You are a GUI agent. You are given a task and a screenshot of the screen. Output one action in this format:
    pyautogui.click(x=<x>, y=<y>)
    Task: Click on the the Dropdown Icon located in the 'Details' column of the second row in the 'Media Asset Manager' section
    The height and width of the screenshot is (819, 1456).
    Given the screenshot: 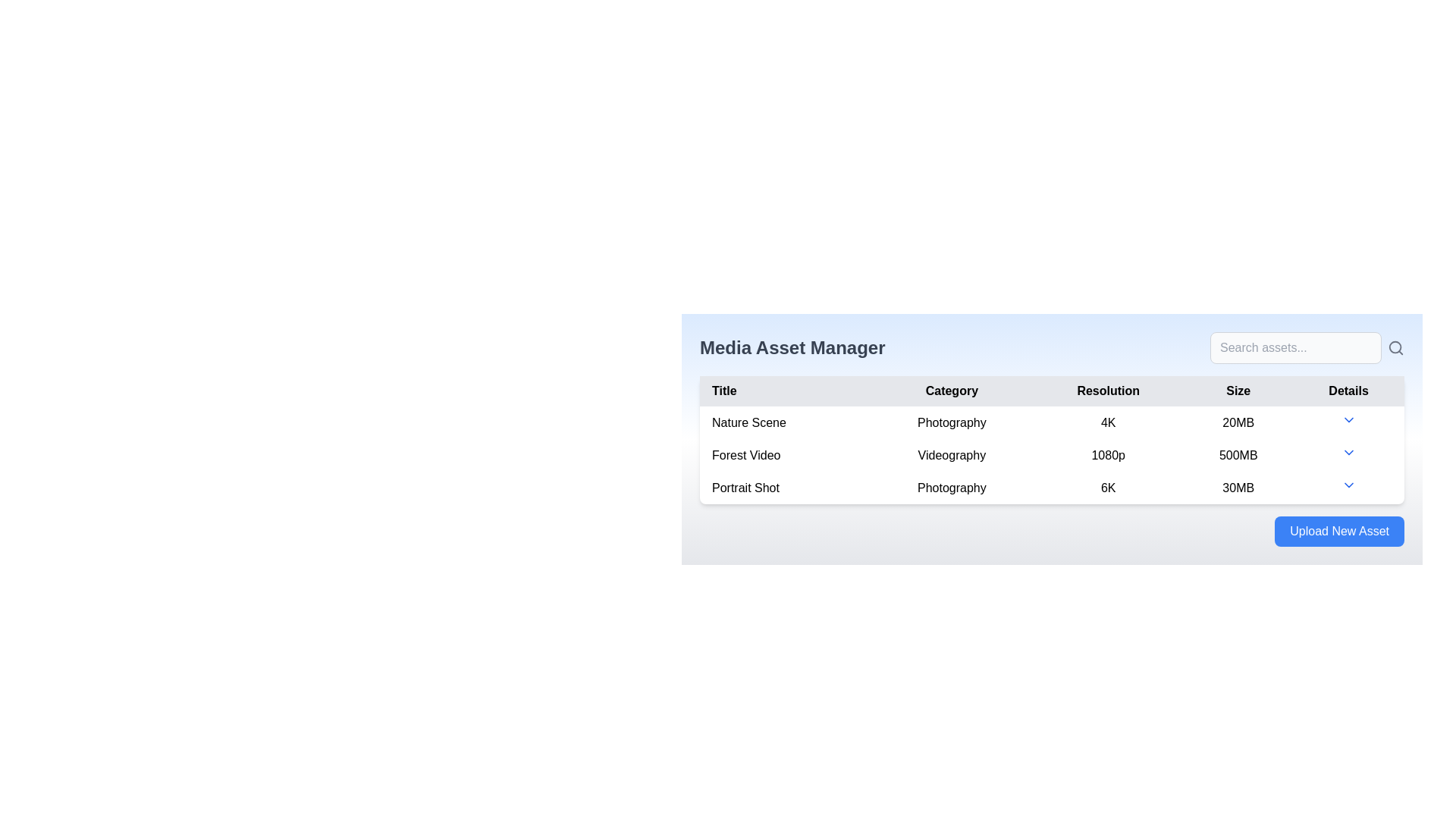 What is the action you would take?
    pyautogui.click(x=1348, y=452)
    